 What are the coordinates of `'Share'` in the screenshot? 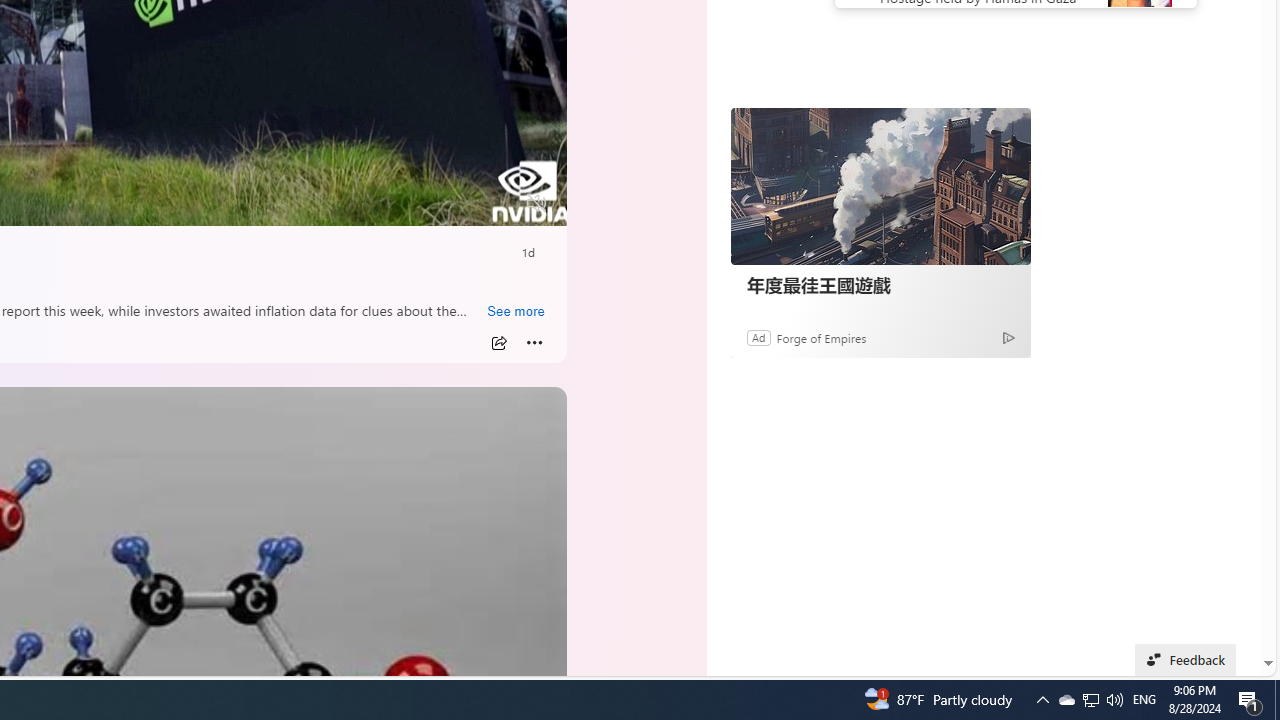 It's located at (498, 342).